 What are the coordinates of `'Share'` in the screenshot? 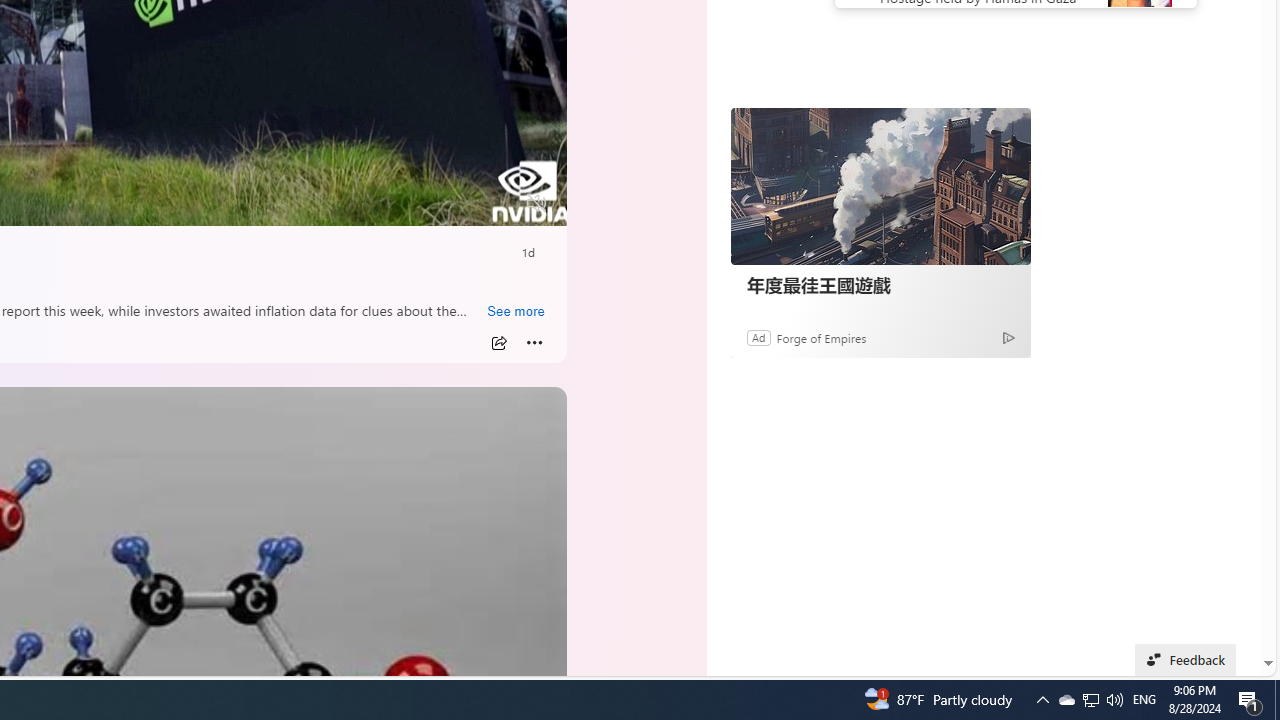 It's located at (498, 342).